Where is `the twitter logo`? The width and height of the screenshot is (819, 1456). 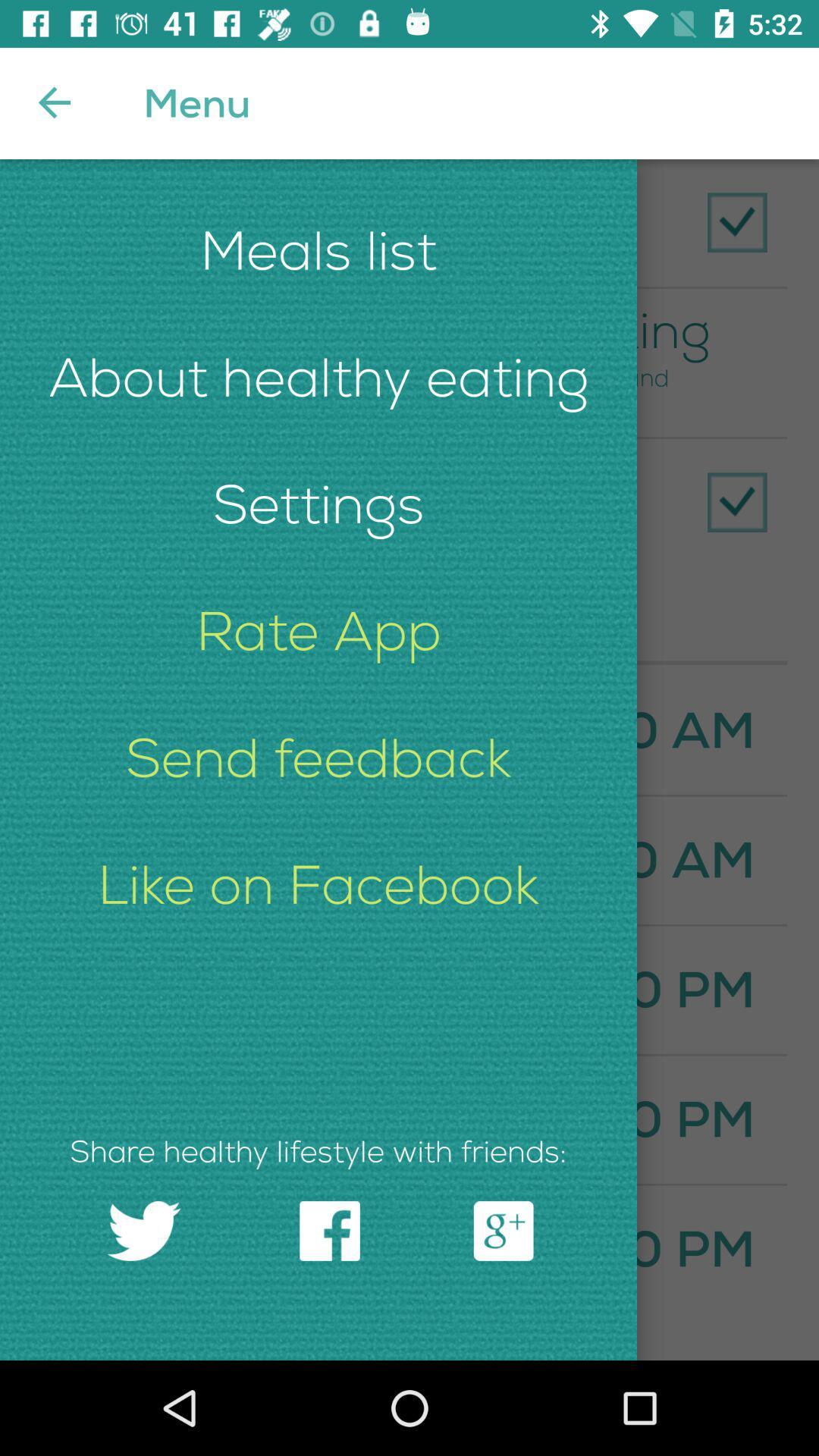
the twitter logo is located at coordinates (144, 1231).